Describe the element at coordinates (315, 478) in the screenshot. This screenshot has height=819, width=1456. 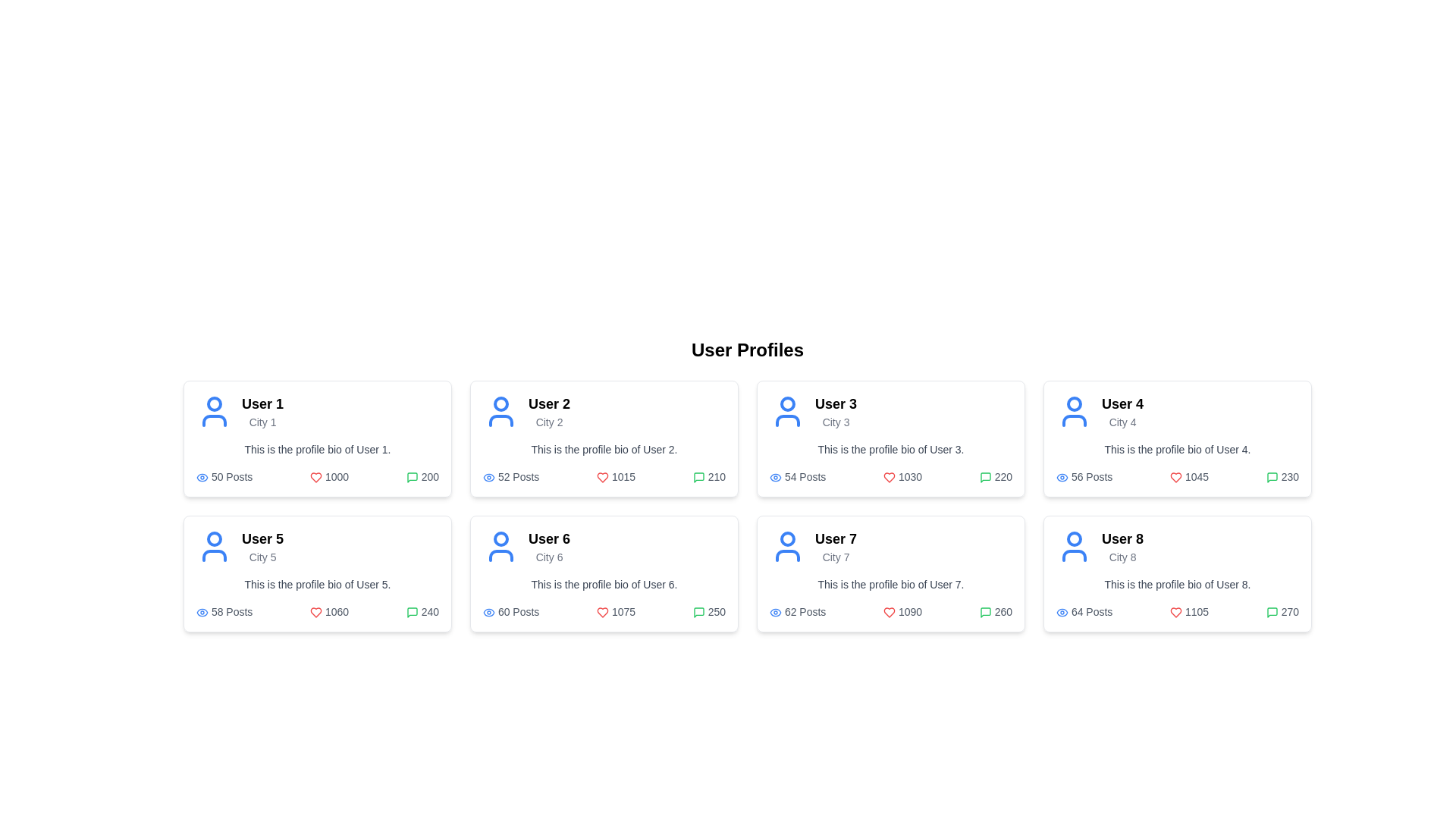
I see `the heart icon indicating likes for 'User 2'` at that location.